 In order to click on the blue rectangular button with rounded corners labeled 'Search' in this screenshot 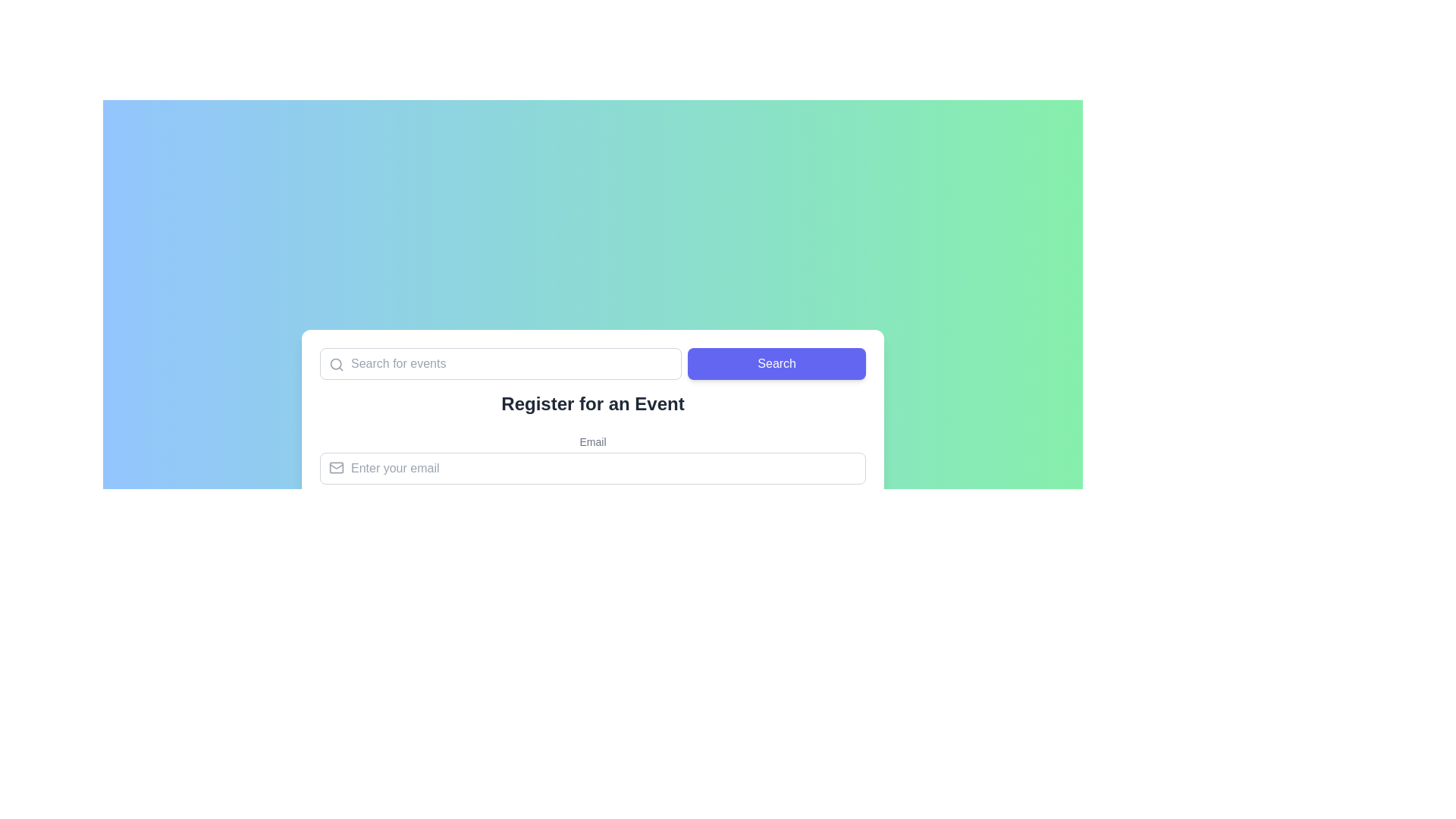, I will do `click(777, 363)`.